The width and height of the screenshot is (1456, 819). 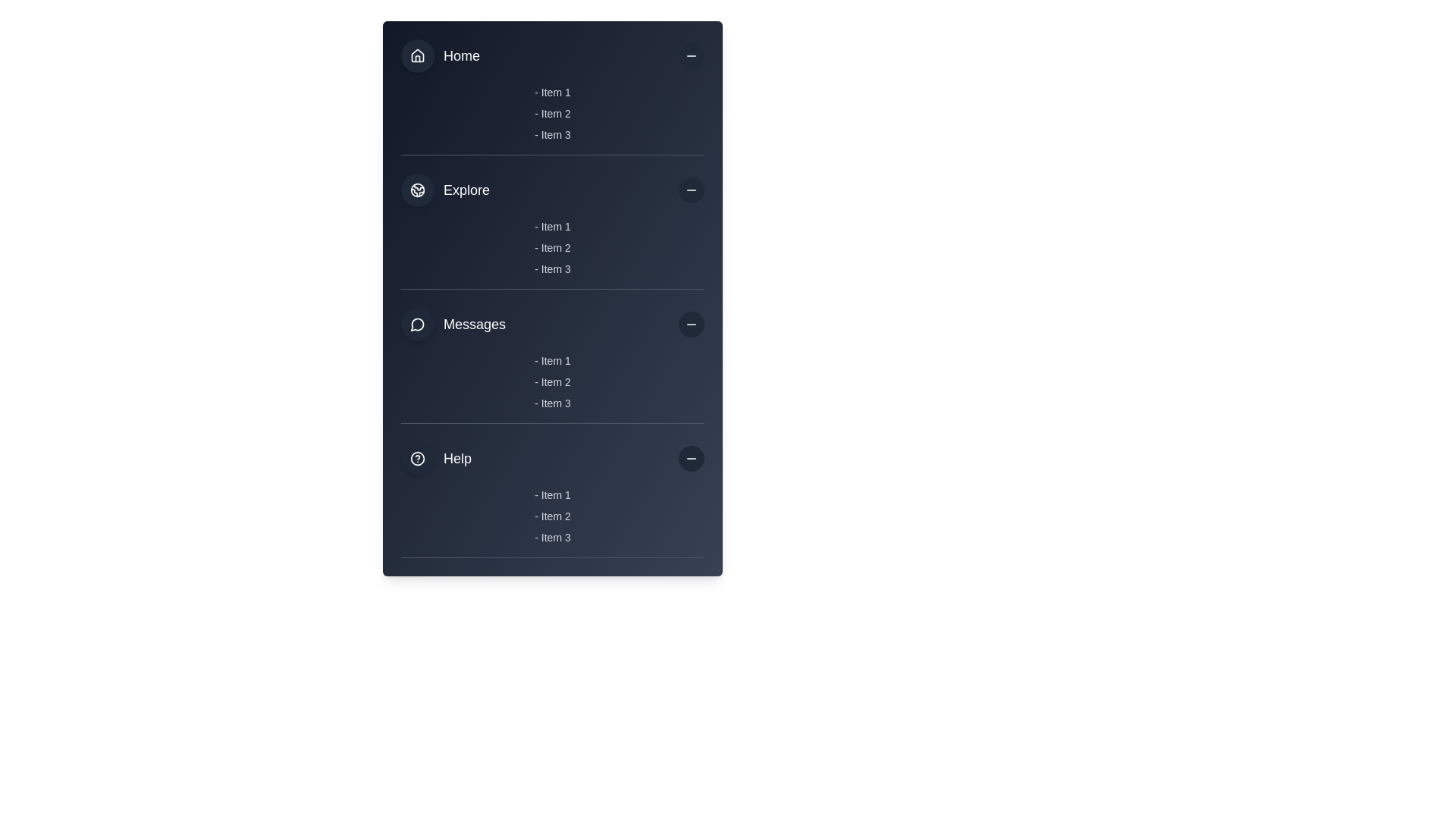 What do you see at coordinates (457, 458) in the screenshot?
I see `the 'Help' section heading text label in the sidebar, which is located to the right of a question mark icon and above a list of subitems` at bounding box center [457, 458].